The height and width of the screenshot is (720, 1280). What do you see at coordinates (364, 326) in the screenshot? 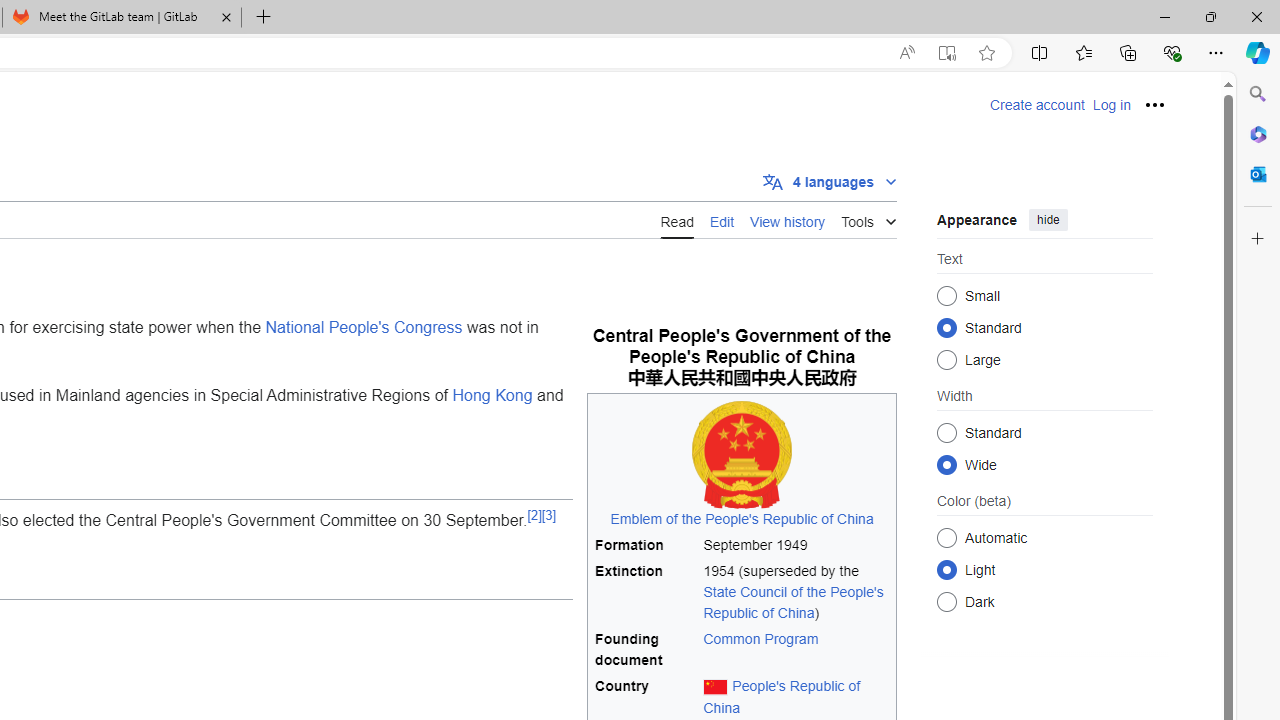
I see `'National People'` at bounding box center [364, 326].